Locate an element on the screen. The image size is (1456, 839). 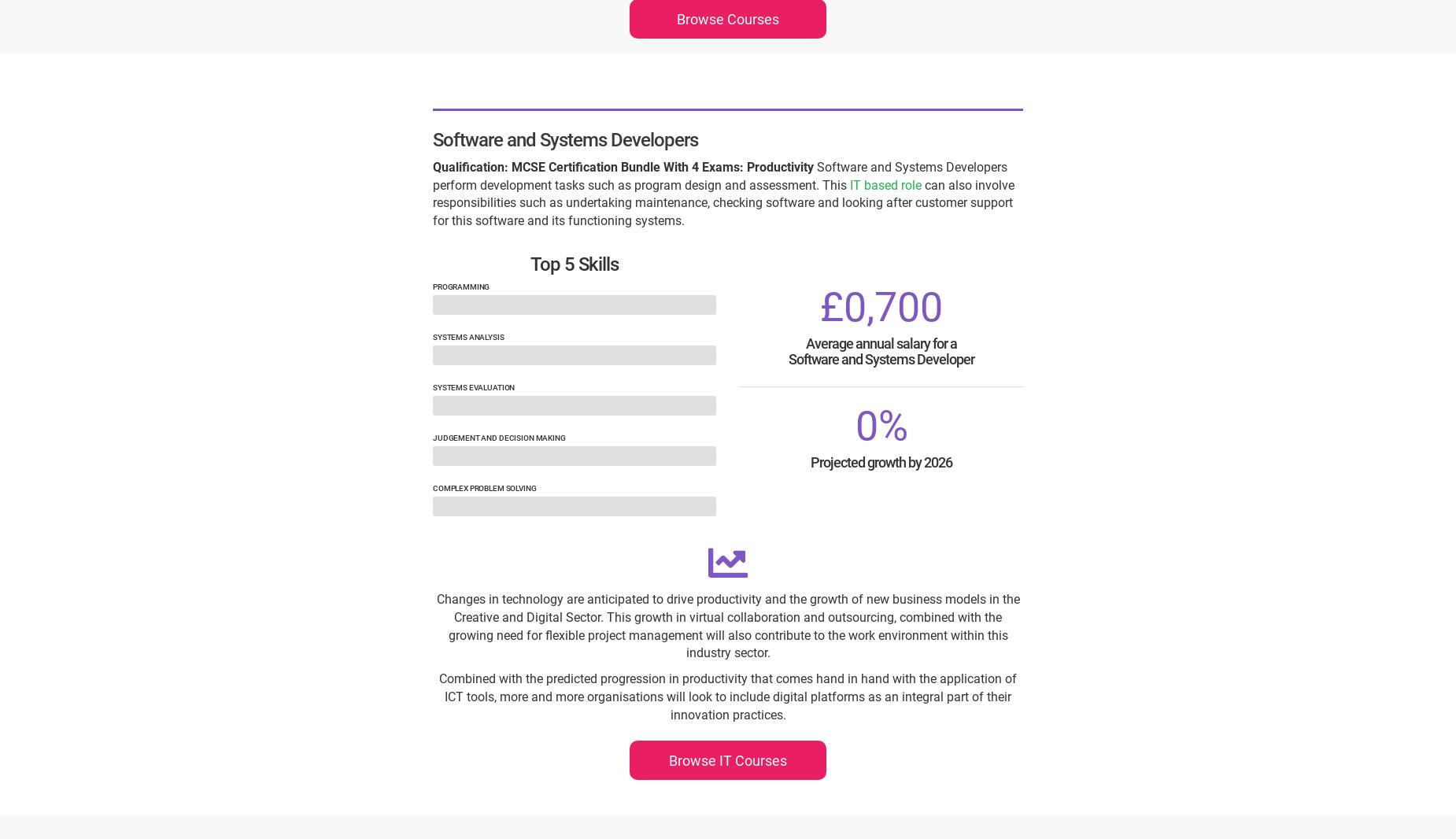
'Software and Systems Developers' is located at coordinates (565, 139).